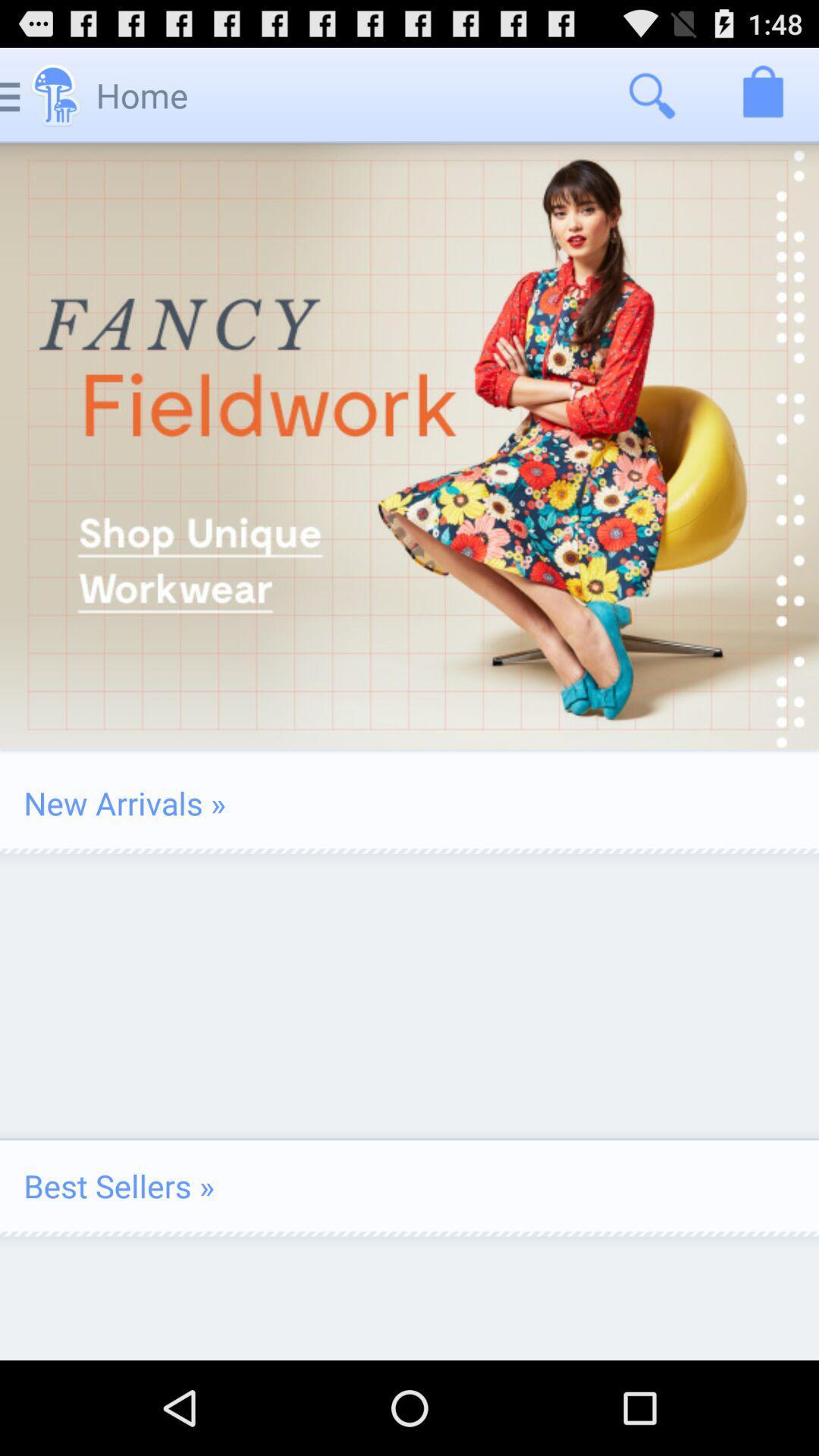 The width and height of the screenshot is (819, 1456). I want to click on item at the bottom left corner, so click(118, 1185).